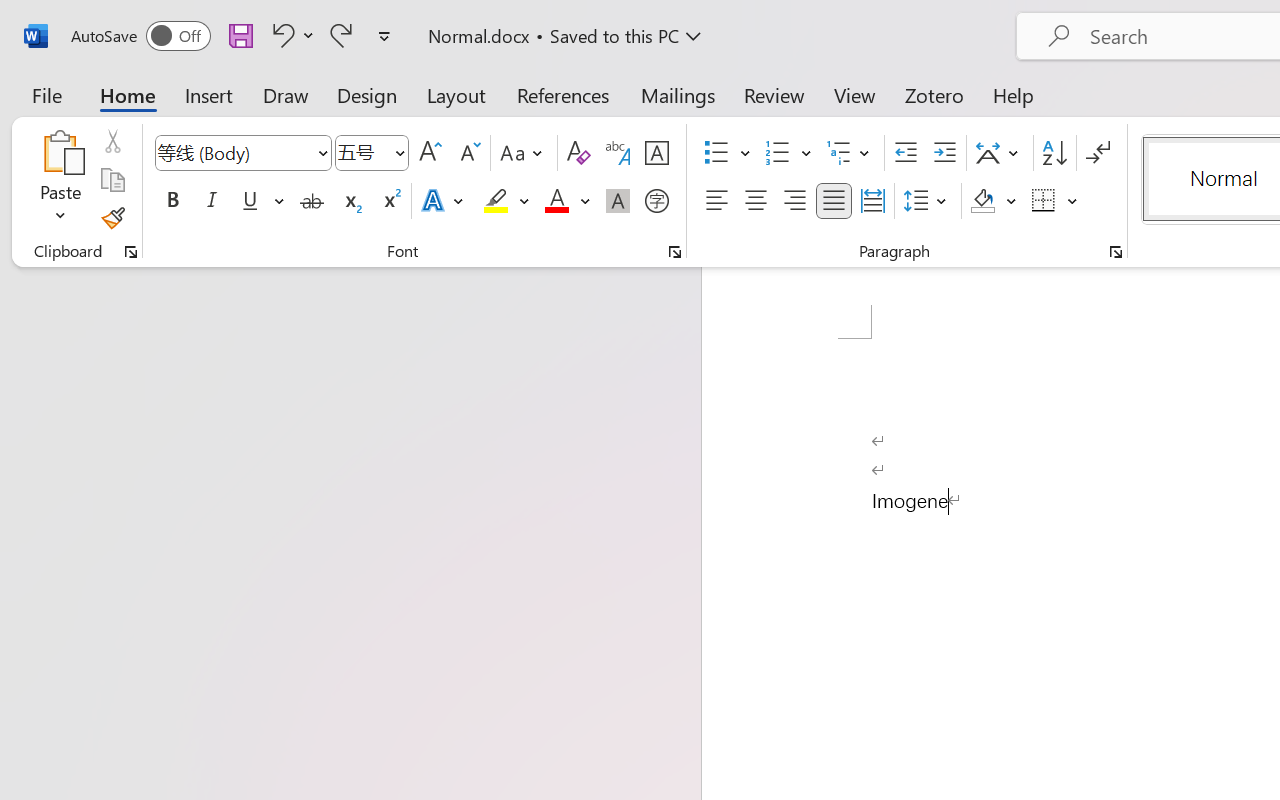 The height and width of the screenshot is (800, 1280). Describe the element at coordinates (467, 153) in the screenshot. I see `'Shrink Font'` at that location.